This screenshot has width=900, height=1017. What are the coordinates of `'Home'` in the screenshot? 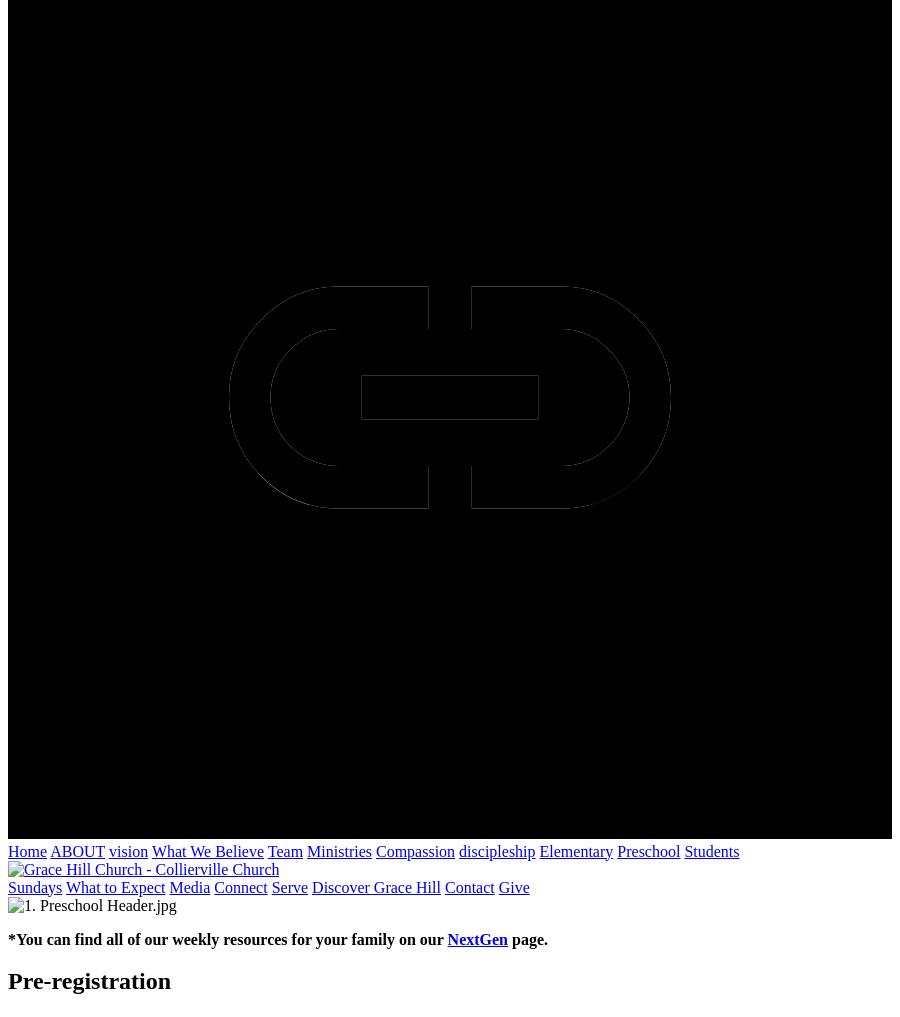 It's located at (7, 850).